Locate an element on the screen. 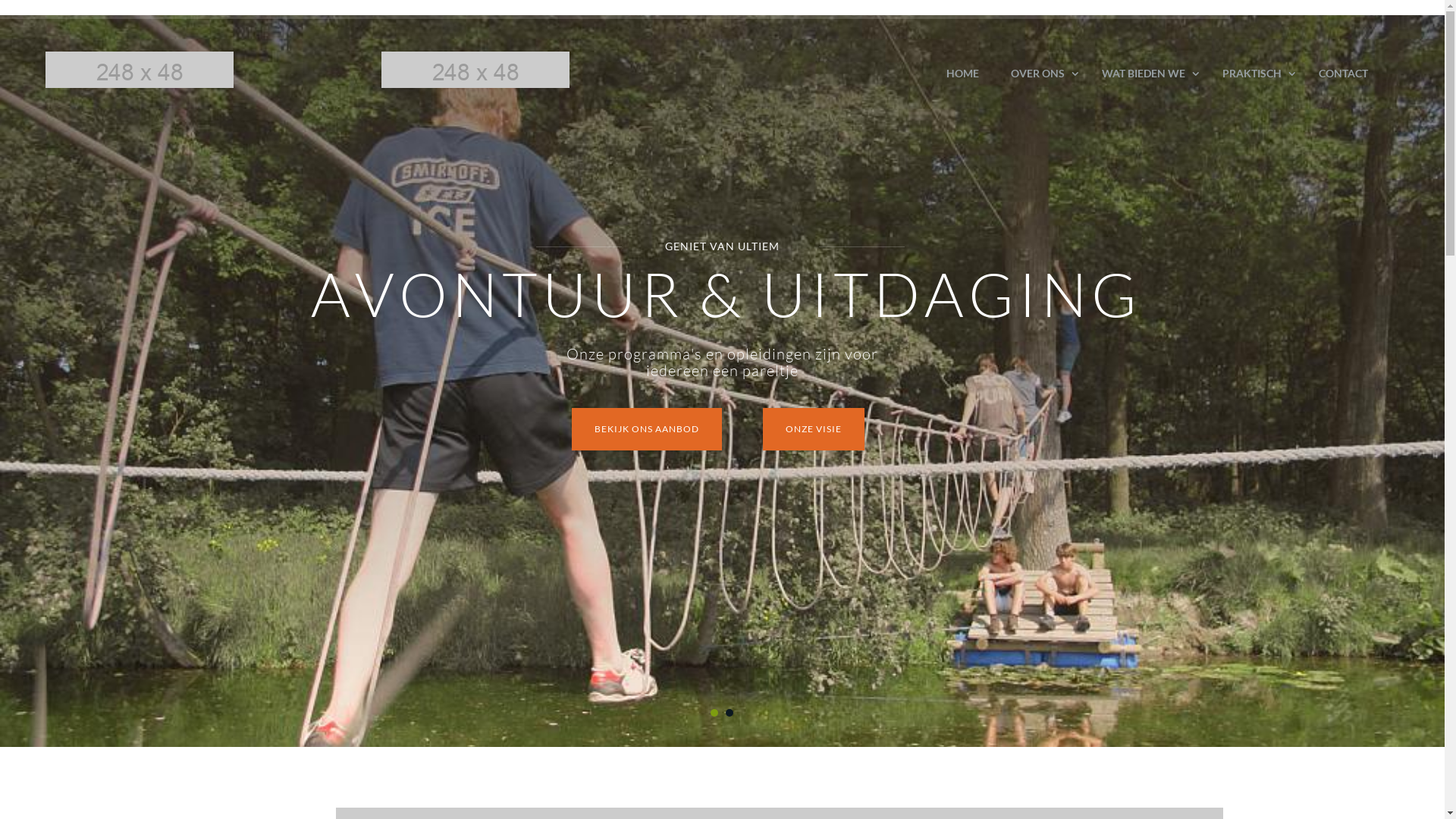 This screenshot has width=1456, height=819. 'WAT BIEDEN WE' is located at coordinates (1146, 73).